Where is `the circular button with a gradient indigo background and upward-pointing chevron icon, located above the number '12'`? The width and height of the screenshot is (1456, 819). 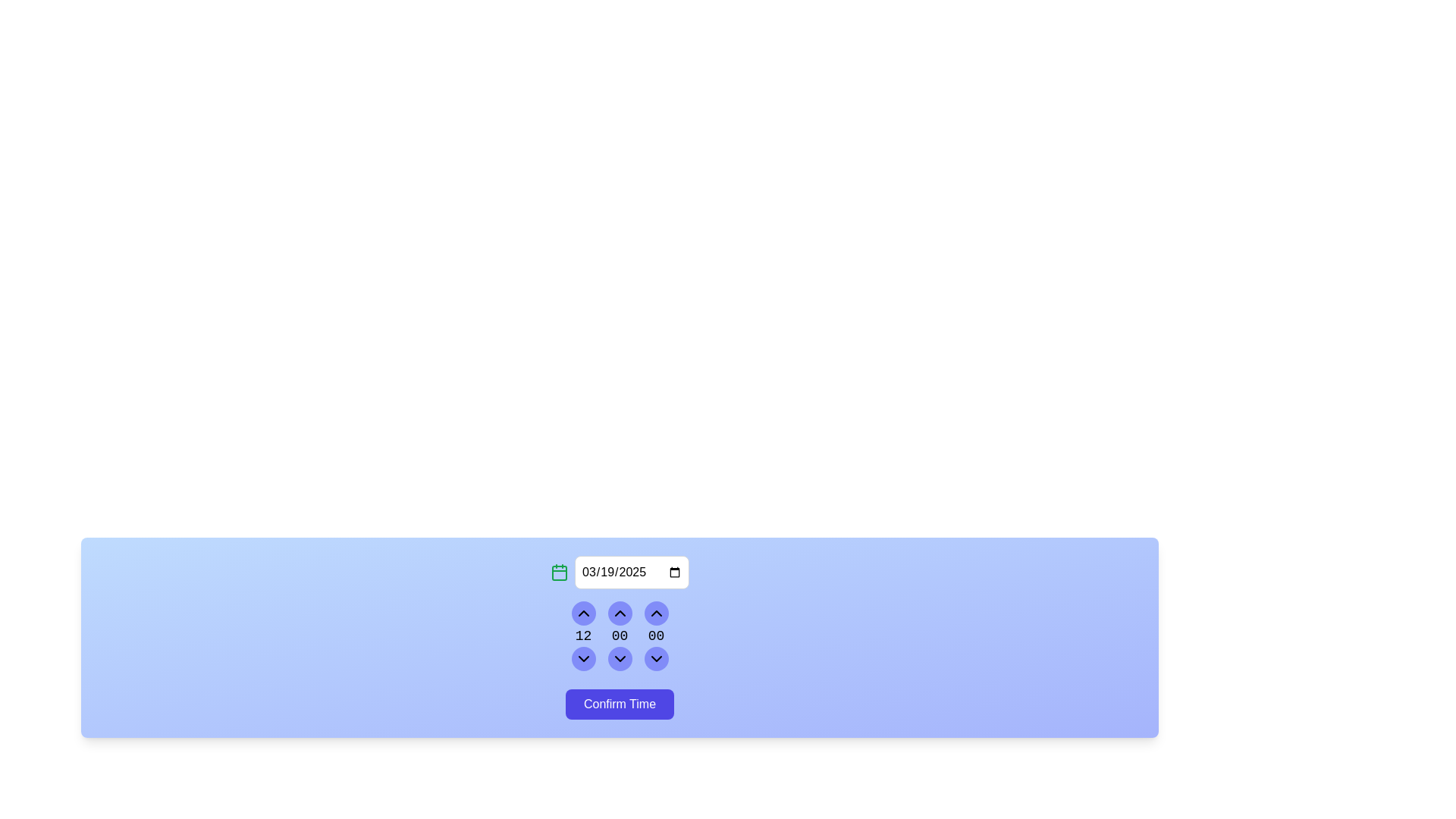
the circular button with a gradient indigo background and upward-pointing chevron icon, located above the number '12' is located at coordinates (582, 613).